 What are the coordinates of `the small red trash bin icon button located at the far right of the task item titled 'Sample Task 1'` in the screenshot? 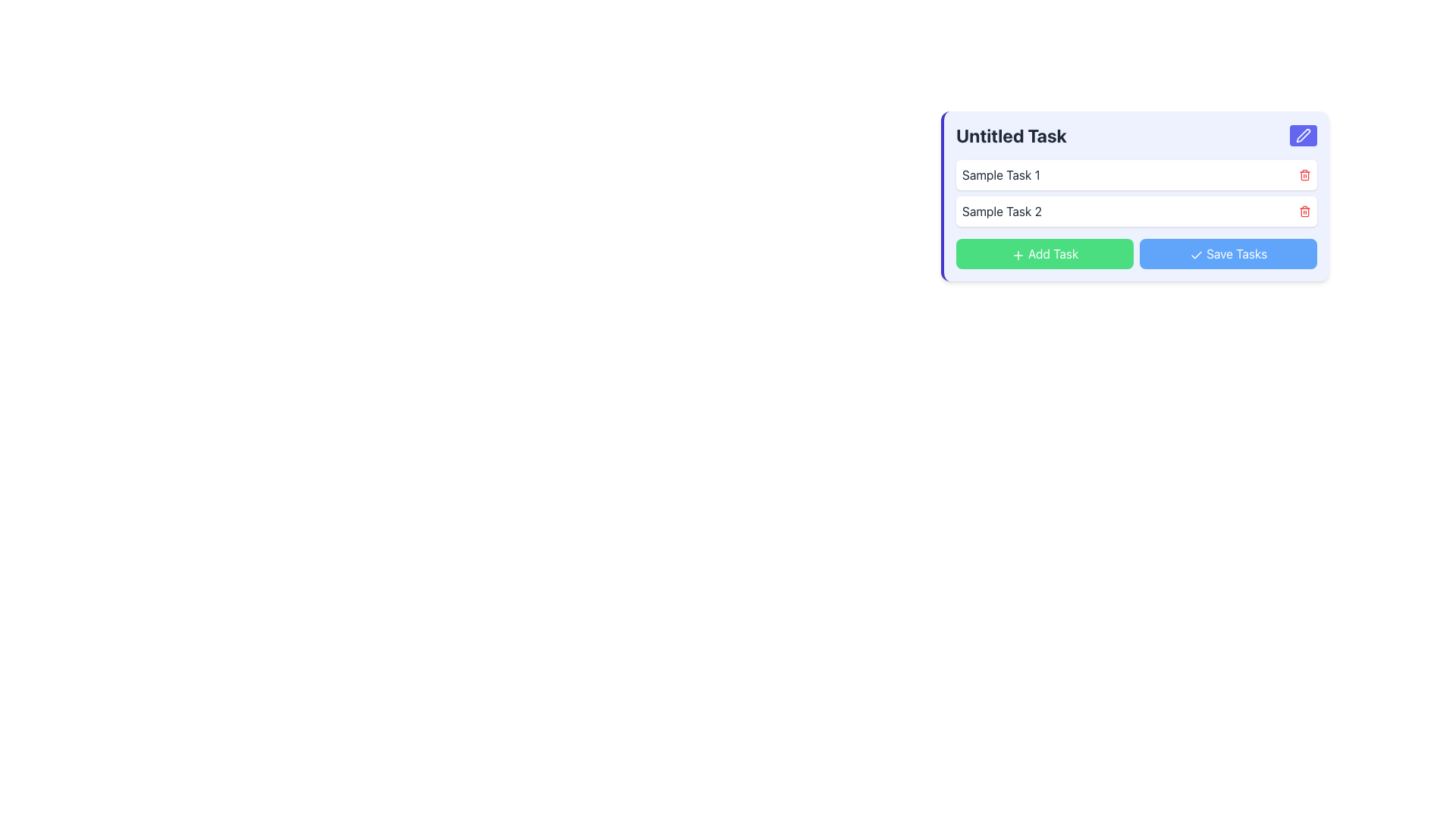 It's located at (1304, 174).